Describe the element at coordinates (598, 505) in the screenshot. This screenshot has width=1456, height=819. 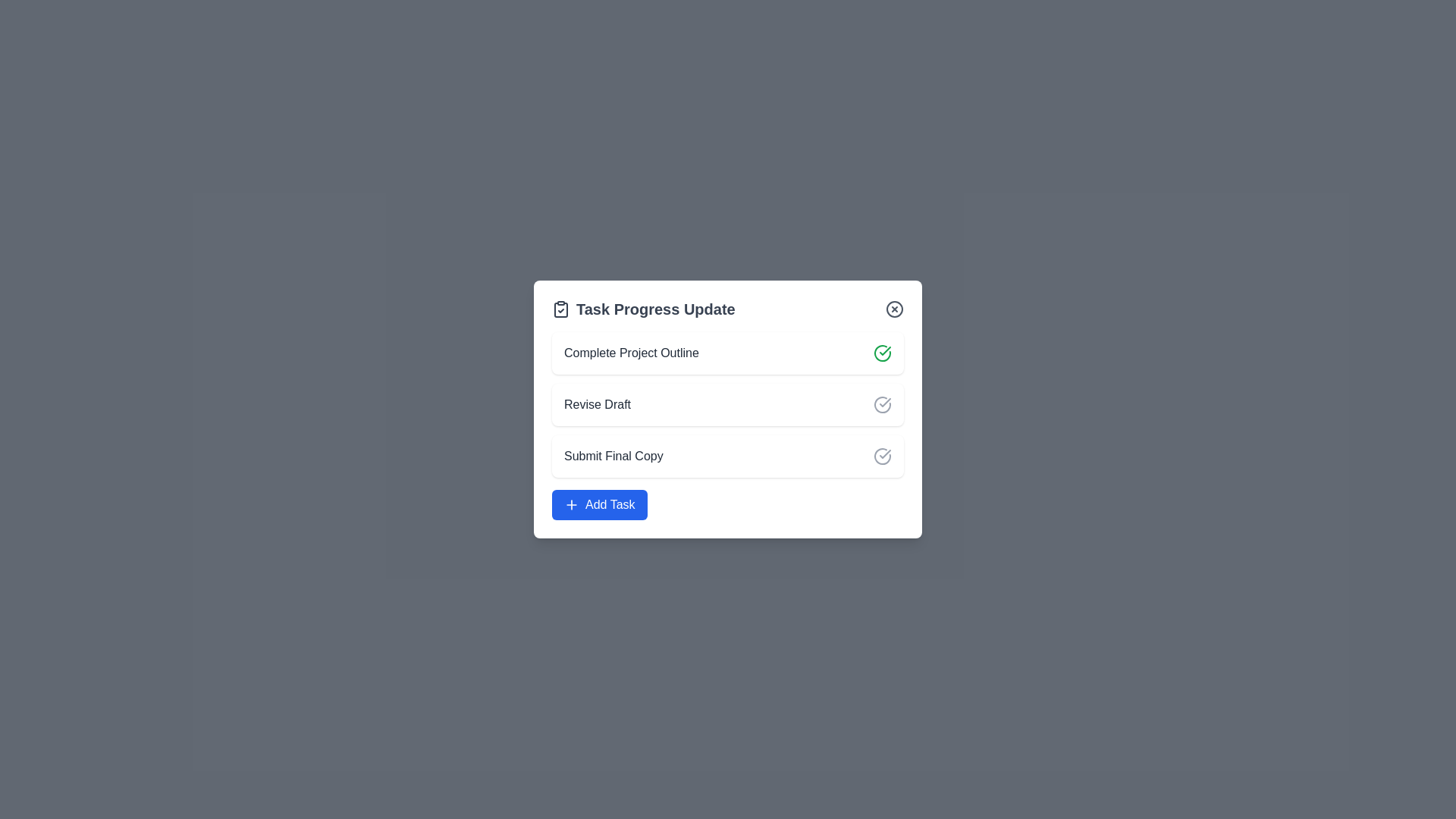
I see `the blue rectangular button labeled 'Add Task' with a '+' icon` at that location.